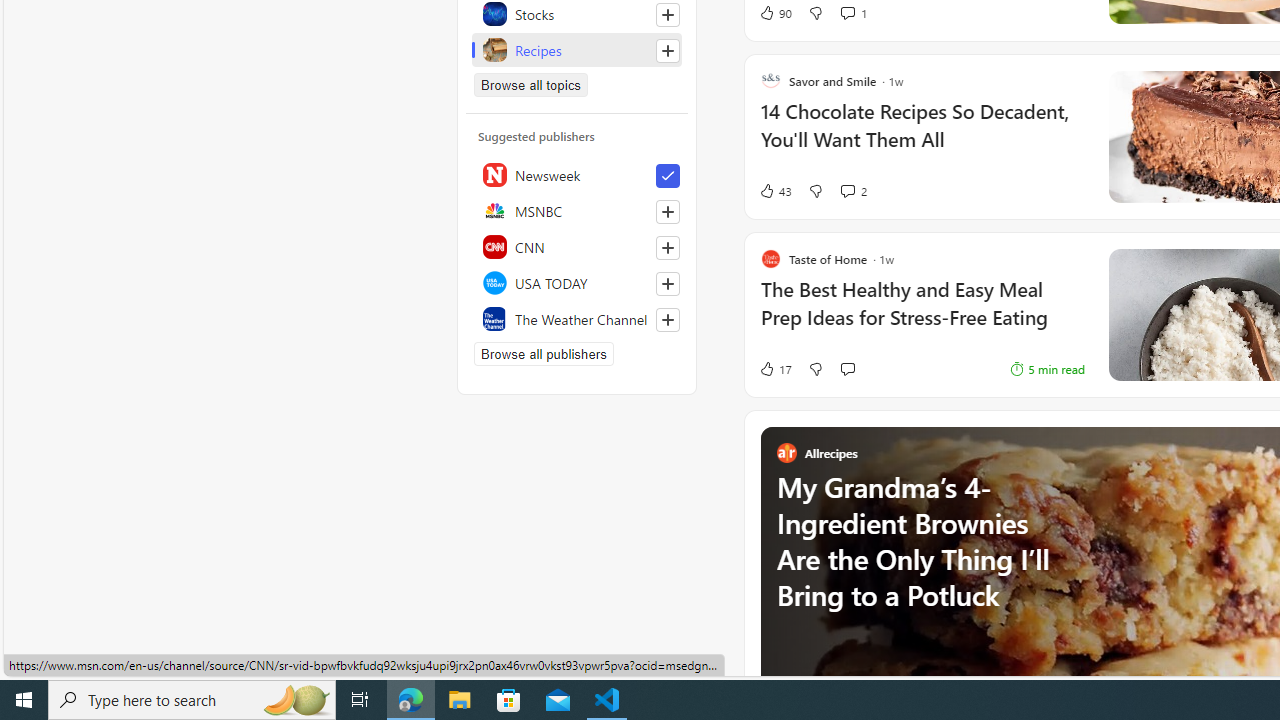 The width and height of the screenshot is (1280, 720). Describe the element at coordinates (667, 50) in the screenshot. I see `'Follow this topic'` at that location.